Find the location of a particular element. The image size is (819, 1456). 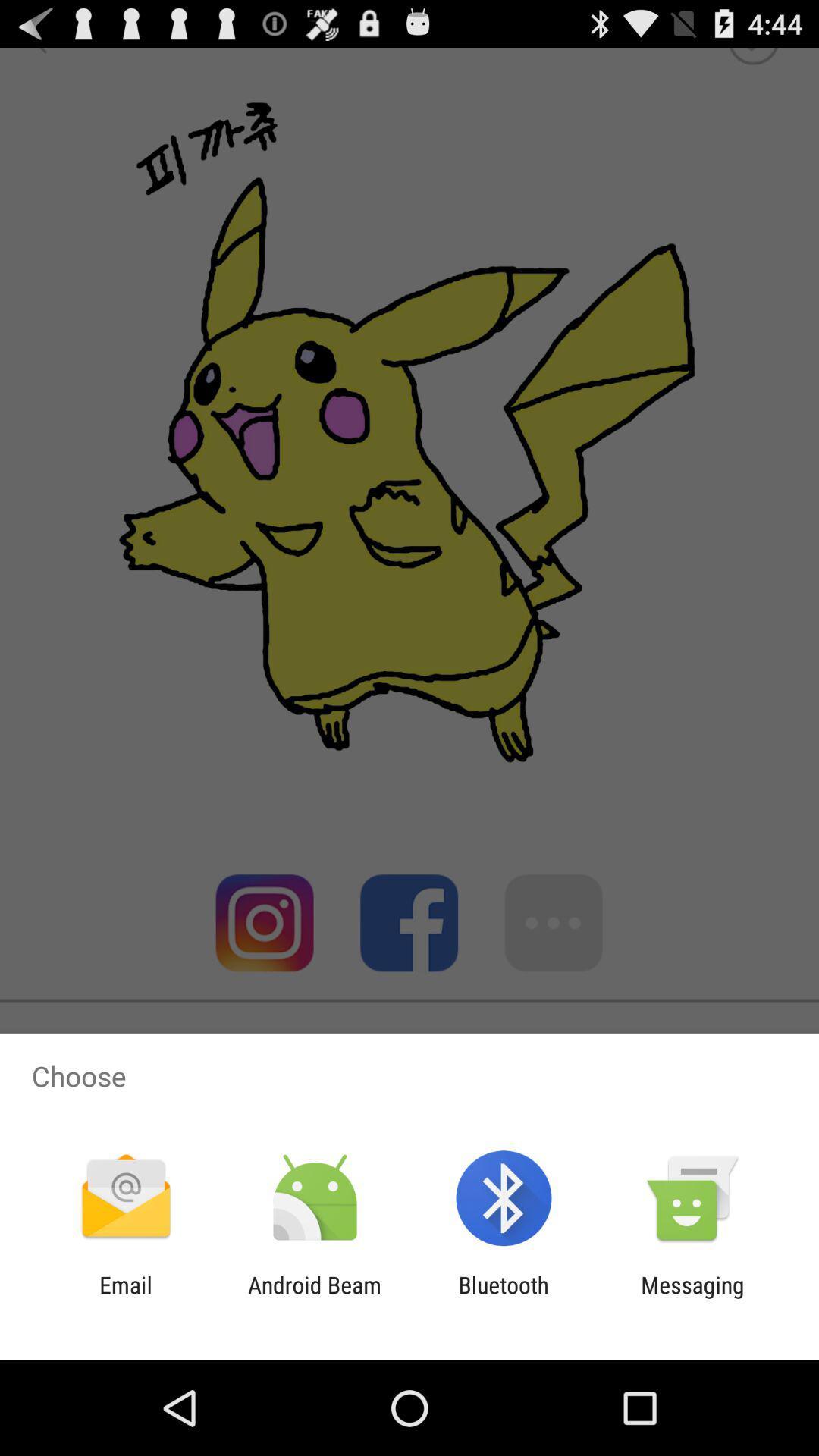

android beam icon is located at coordinates (314, 1298).